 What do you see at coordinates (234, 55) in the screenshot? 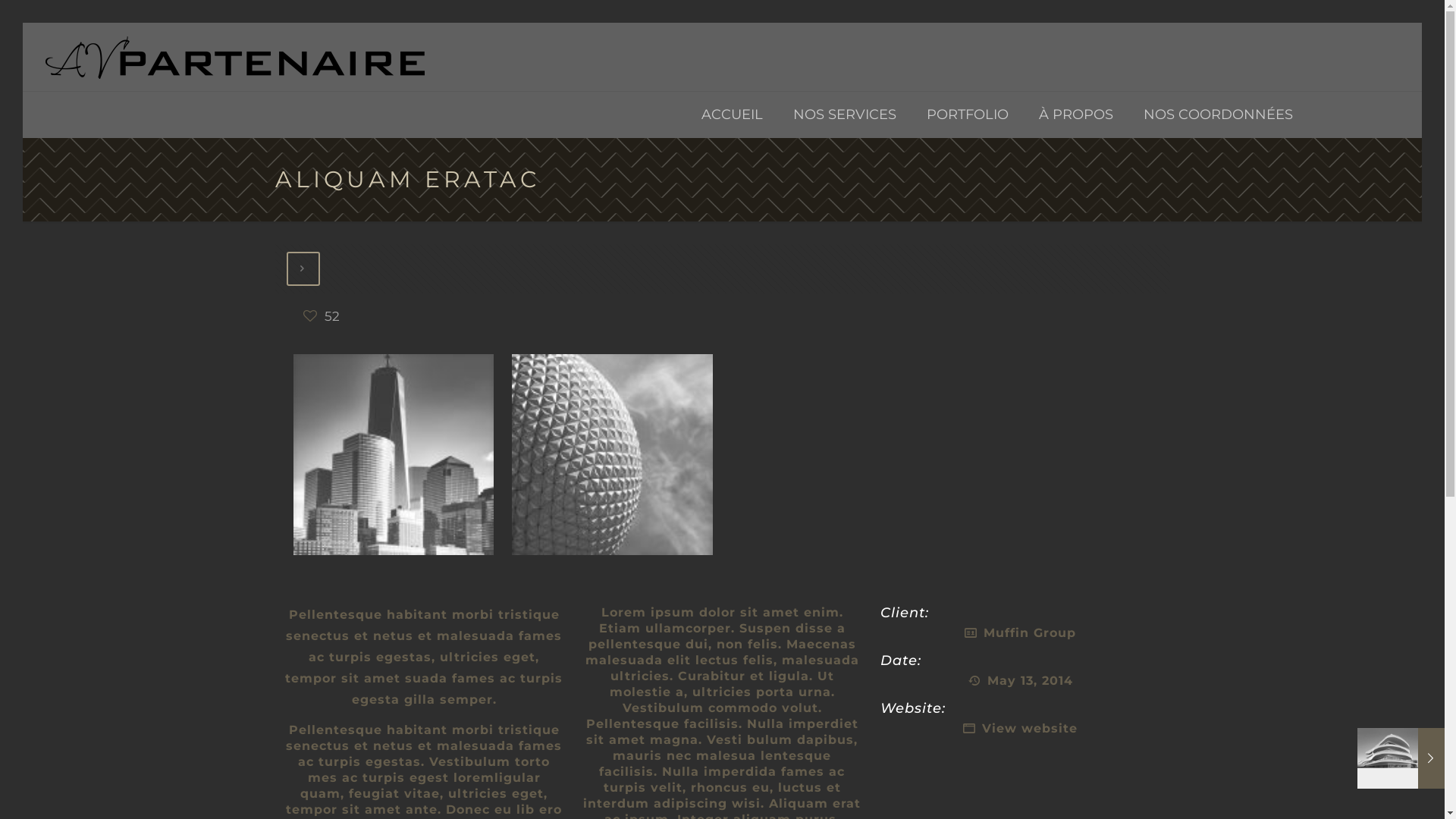
I see `'AV Partenaire'` at bounding box center [234, 55].